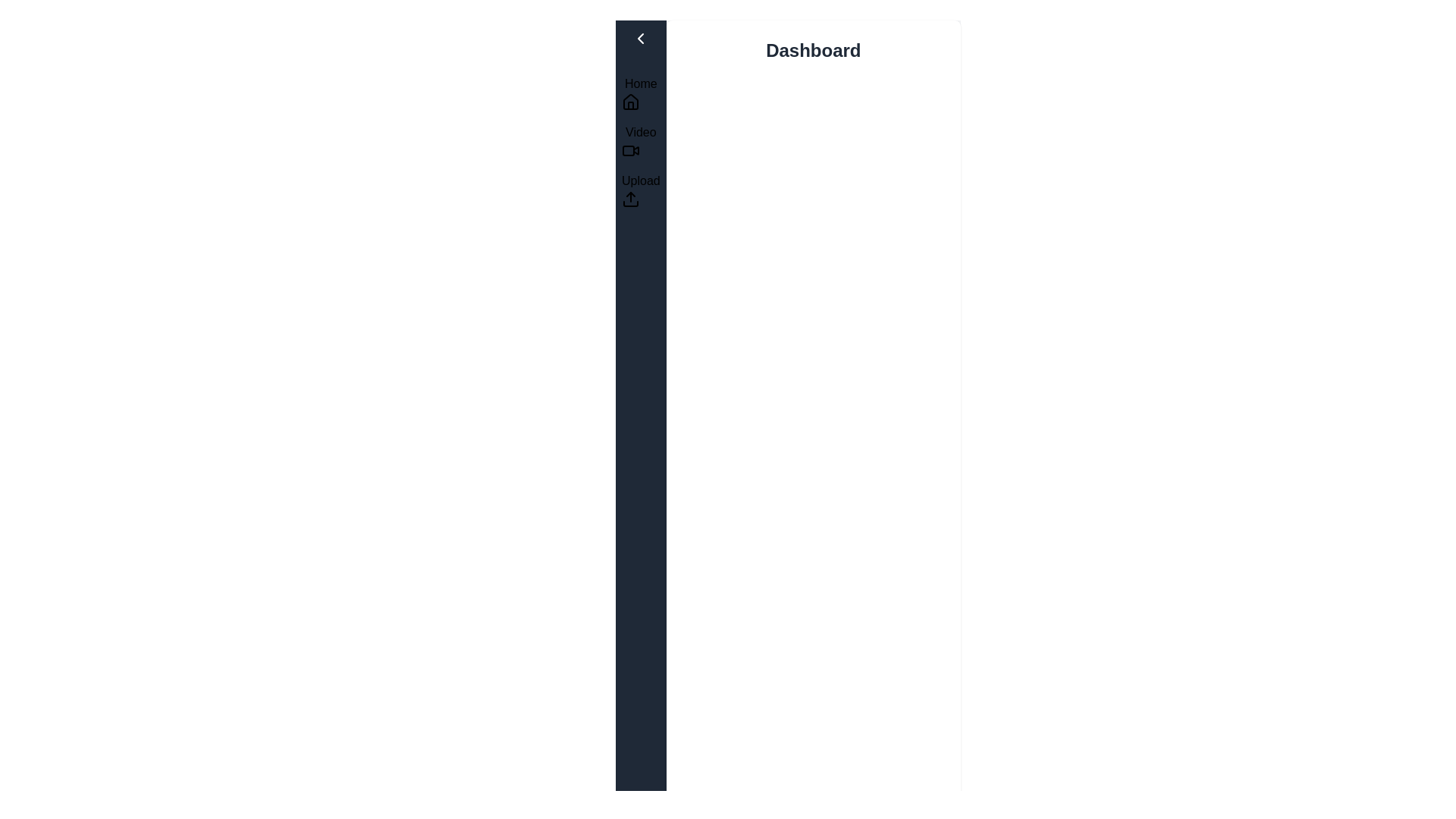 The image size is (1456, 819). I want to click on the visual representation of the small red video camera icon located in the middle section of the vertical navigation bar, positioned between the 'Home' and 'Upload' icons, so click(636, 149).